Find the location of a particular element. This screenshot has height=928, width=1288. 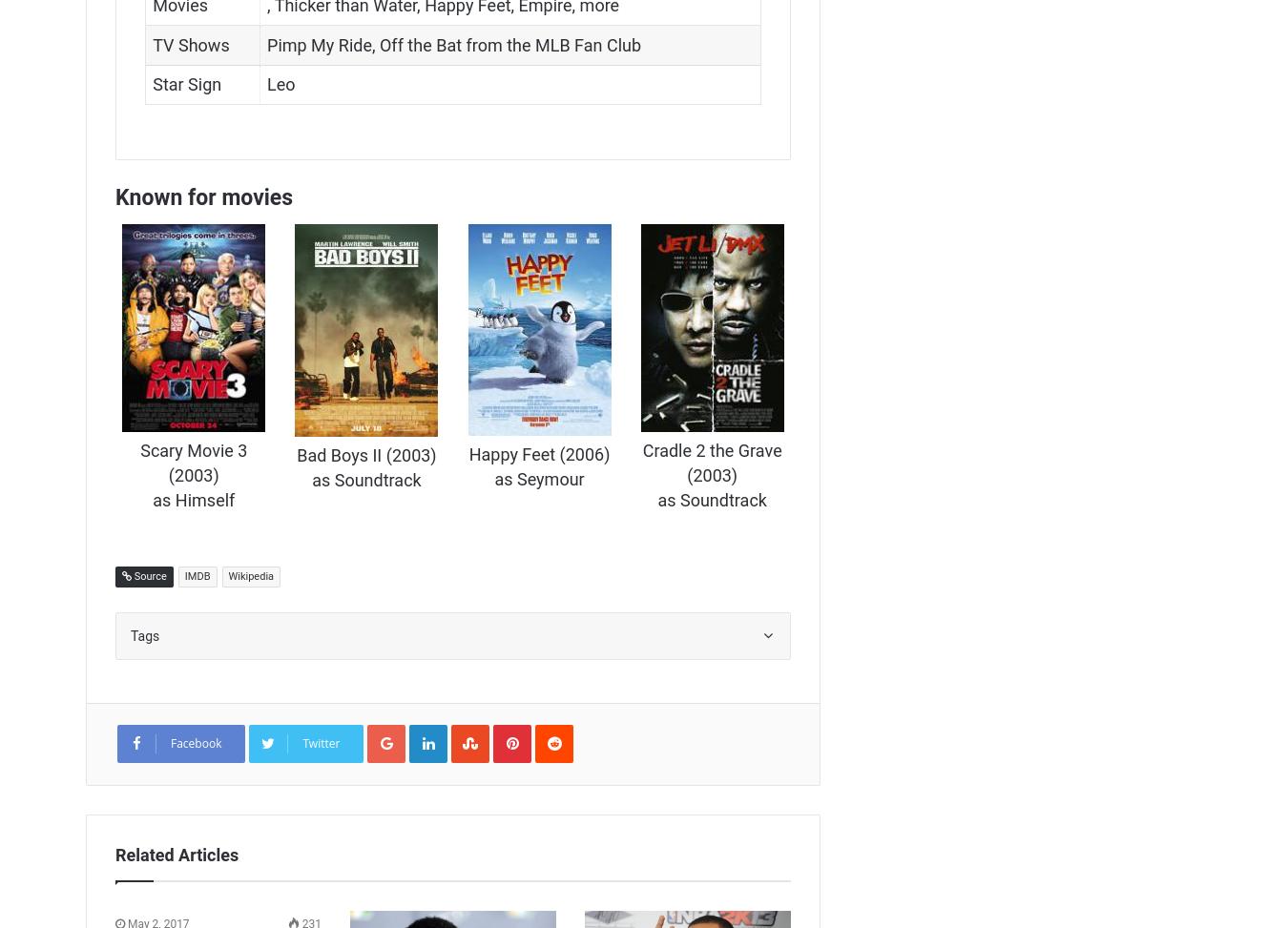

'Pimp My Ride, Off the Bat from the MLB Fan Club' is located at coordinates (453, 44).